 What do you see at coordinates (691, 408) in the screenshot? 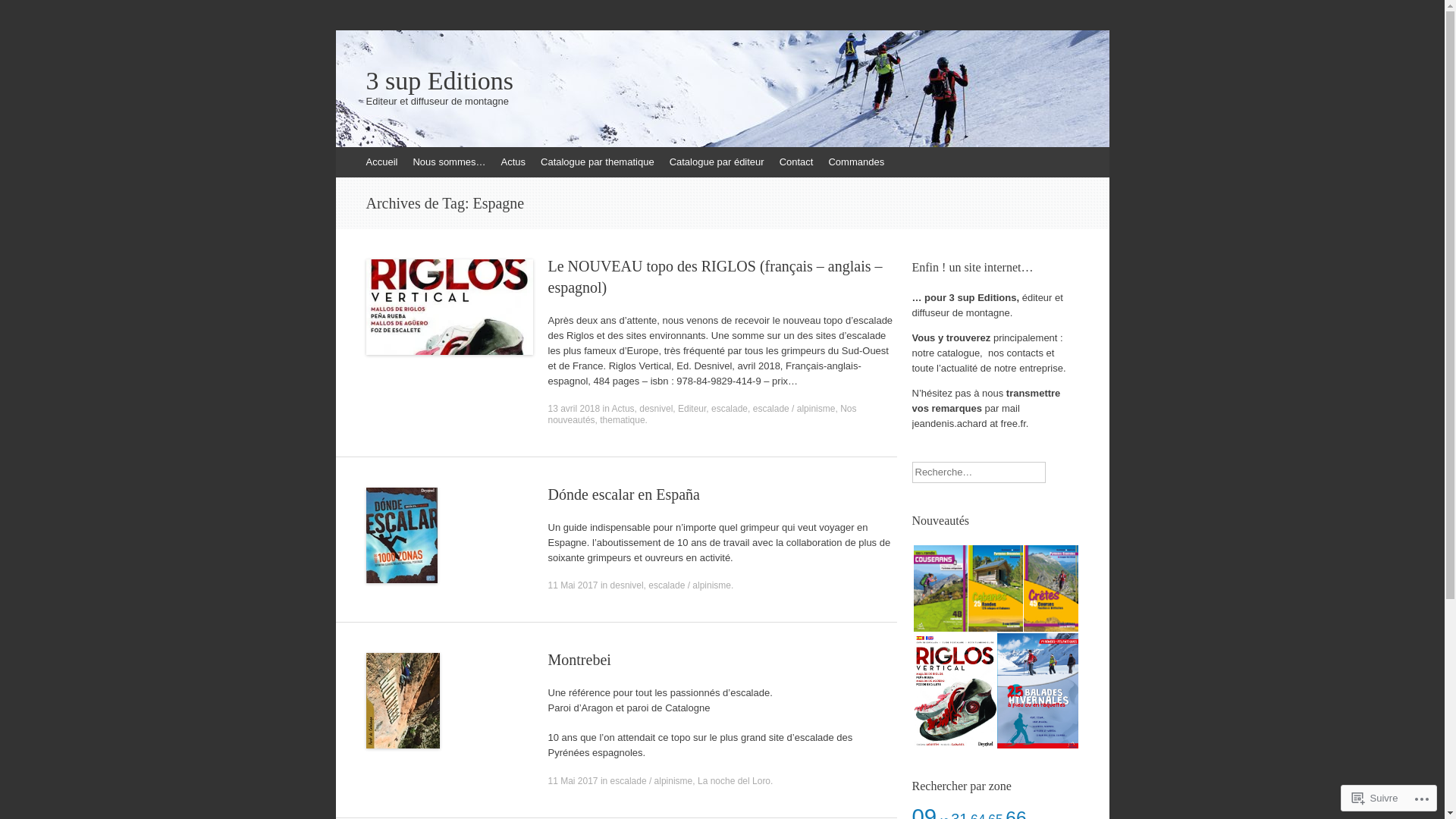
I see `'Editeur'` at bounding box center [691, 408].